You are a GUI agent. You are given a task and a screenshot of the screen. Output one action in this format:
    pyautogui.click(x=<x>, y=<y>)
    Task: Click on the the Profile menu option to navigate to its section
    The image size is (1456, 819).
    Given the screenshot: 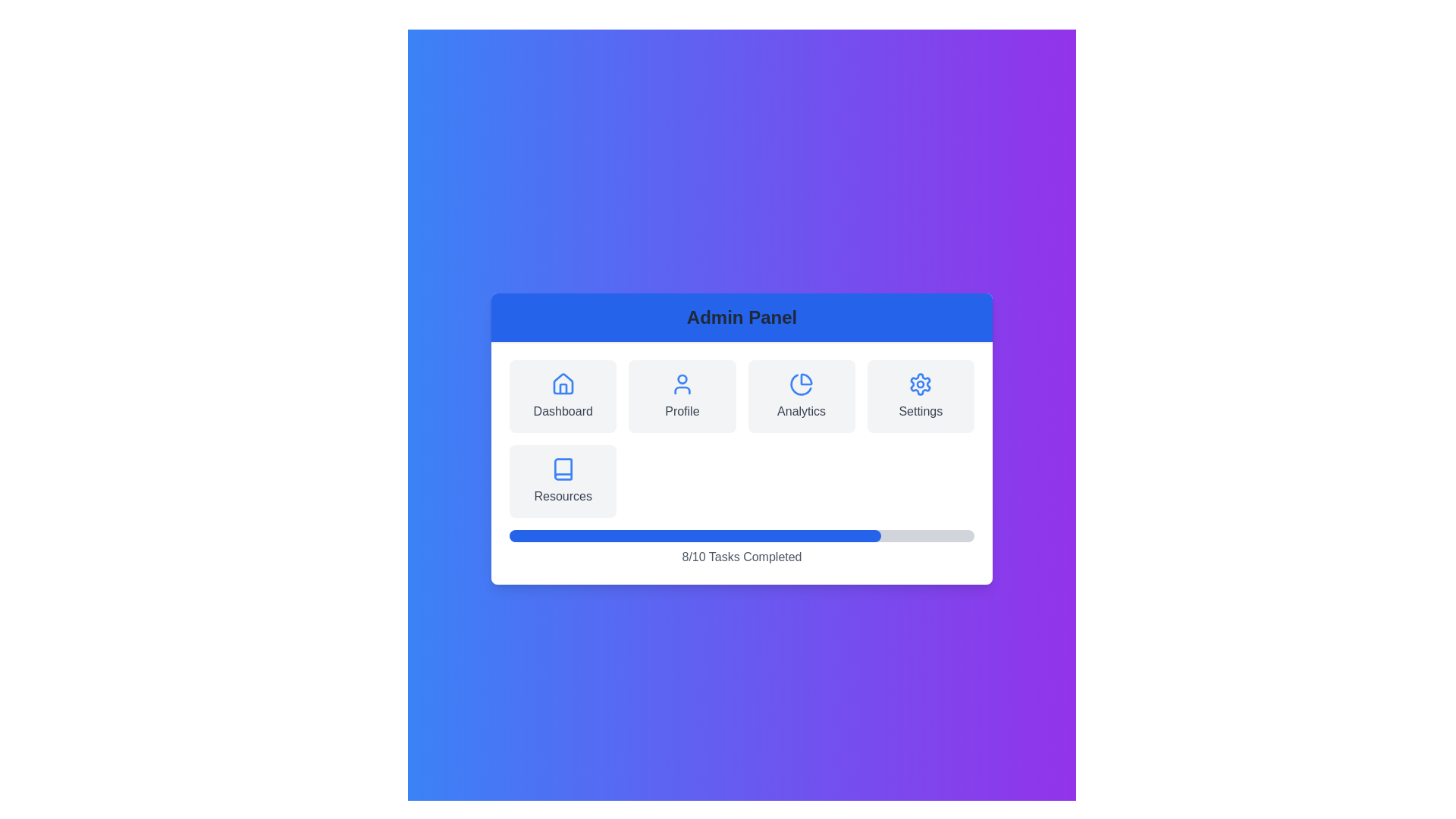 What is the action you would take?
    pyautogui.click(x=680, y=396)
    